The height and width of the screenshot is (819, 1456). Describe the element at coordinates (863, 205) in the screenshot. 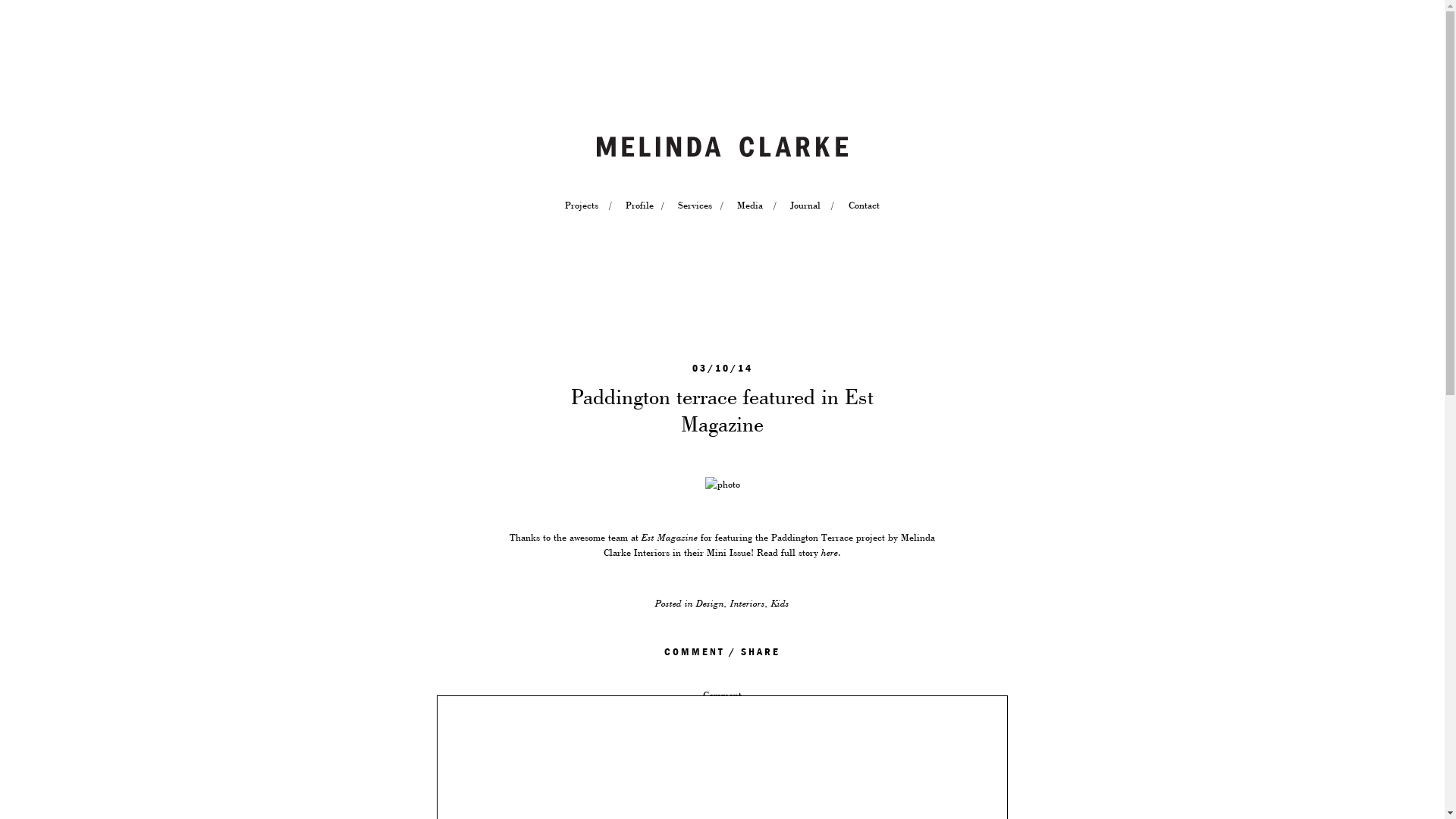

I see `'Contact'` at that location.